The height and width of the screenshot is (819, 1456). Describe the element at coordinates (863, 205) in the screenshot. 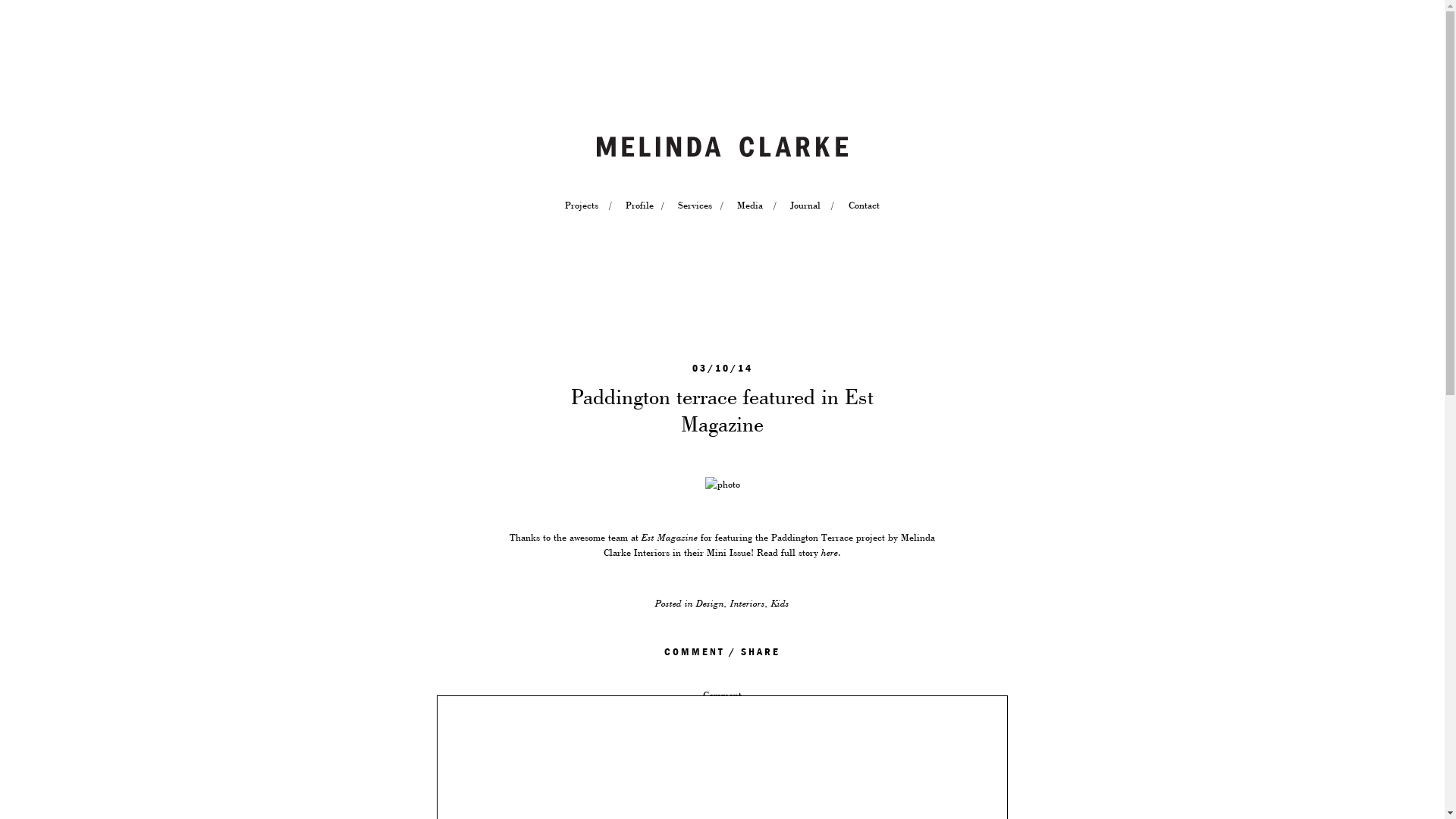

I see `'Contact'` at that location.